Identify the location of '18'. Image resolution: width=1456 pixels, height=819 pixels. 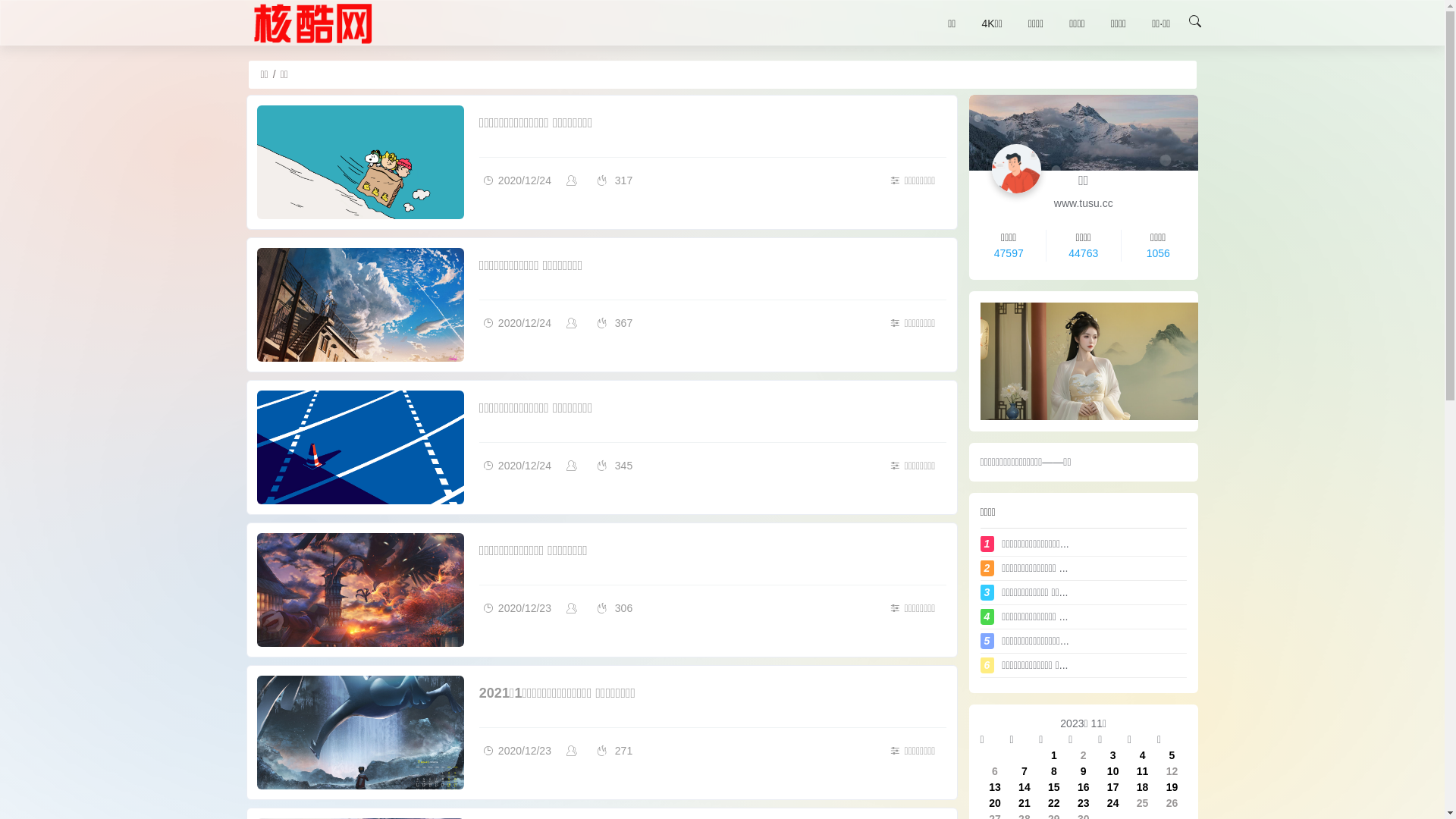
(1136, 786).